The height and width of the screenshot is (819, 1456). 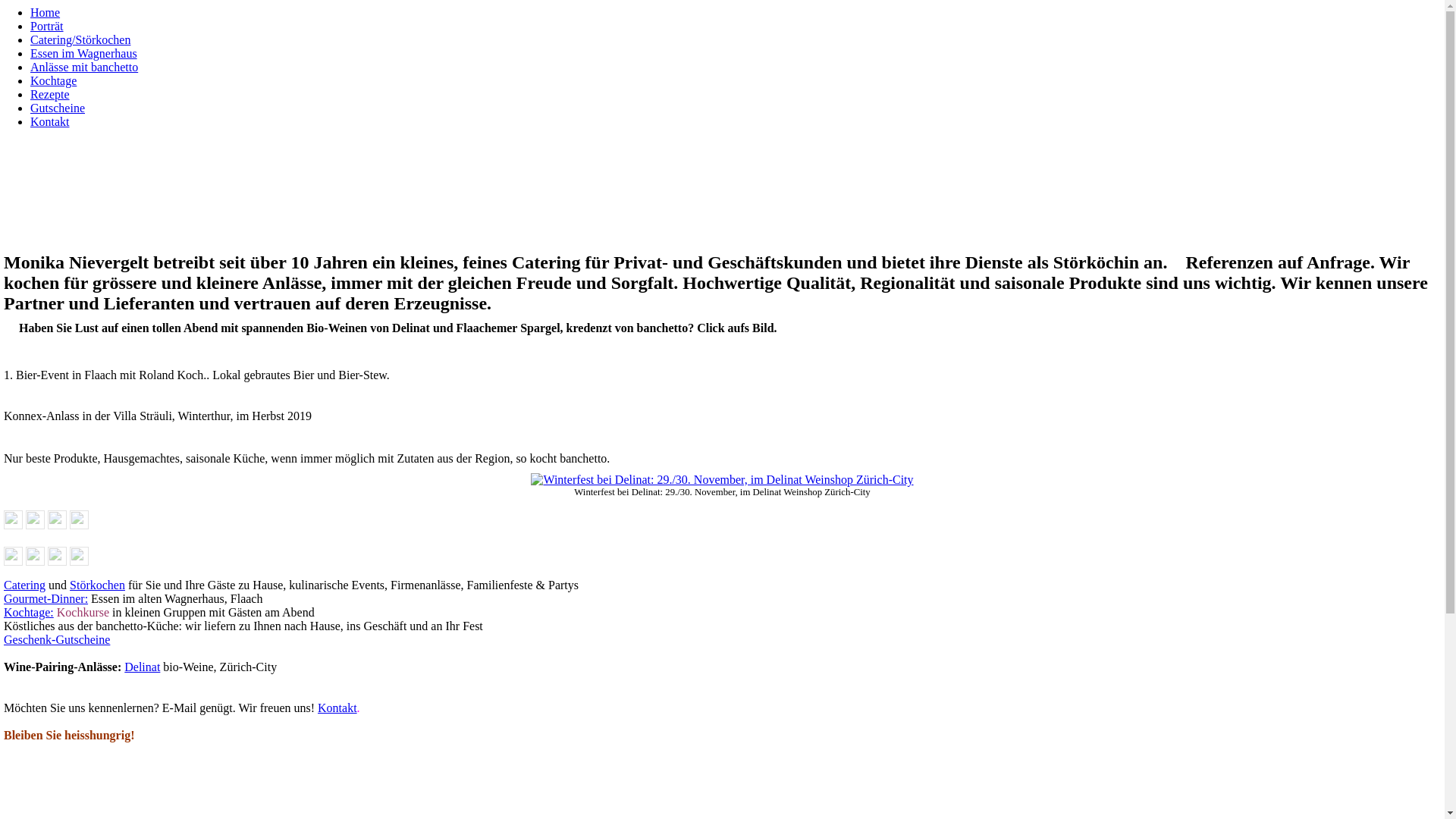 I want to click on 'Gourmet-Dinner:', so click(x=45, y=598).